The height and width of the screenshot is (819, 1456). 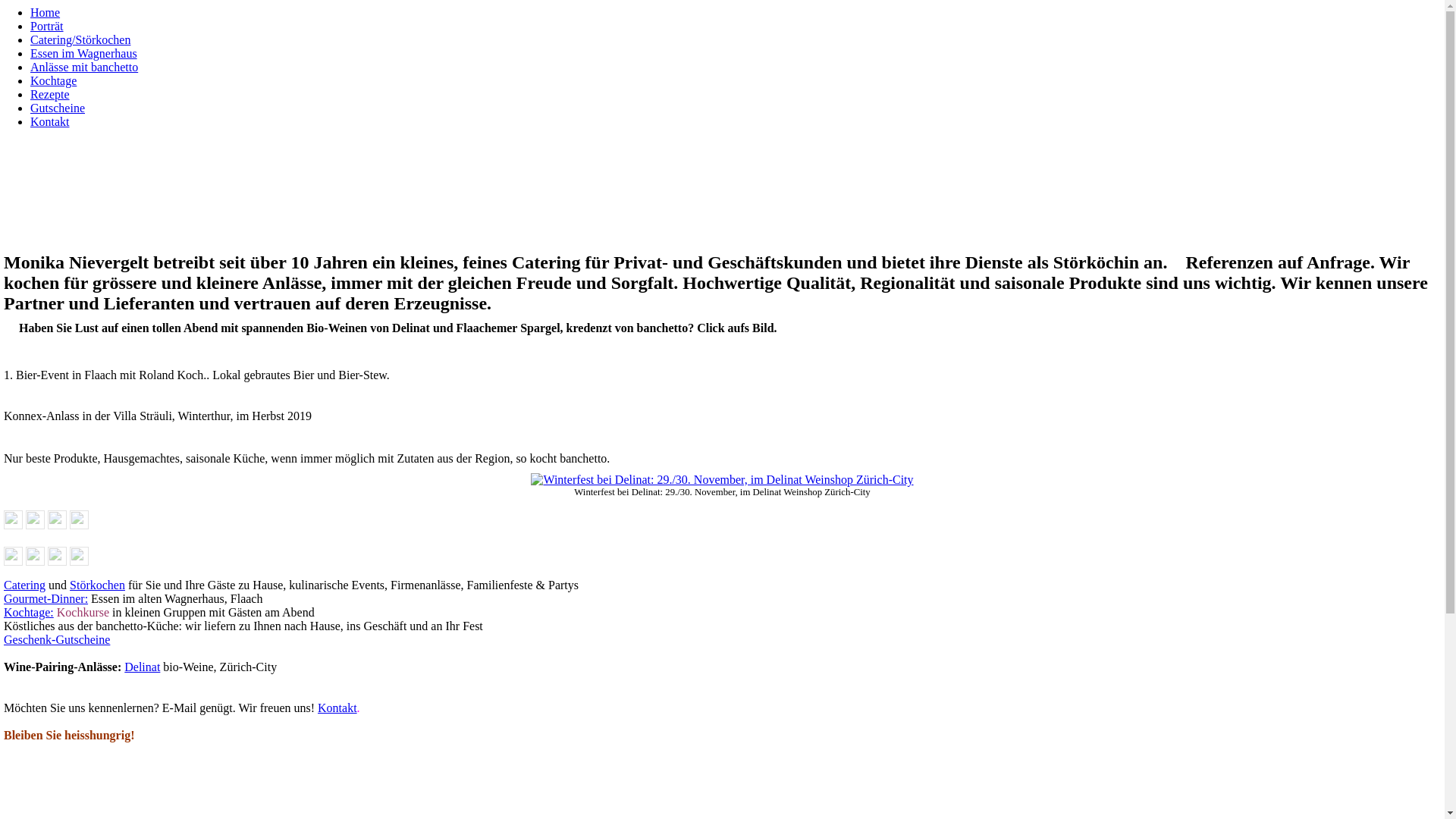 I want to click on 'Gourmet-Dinner:', so click(x=45, y=598).